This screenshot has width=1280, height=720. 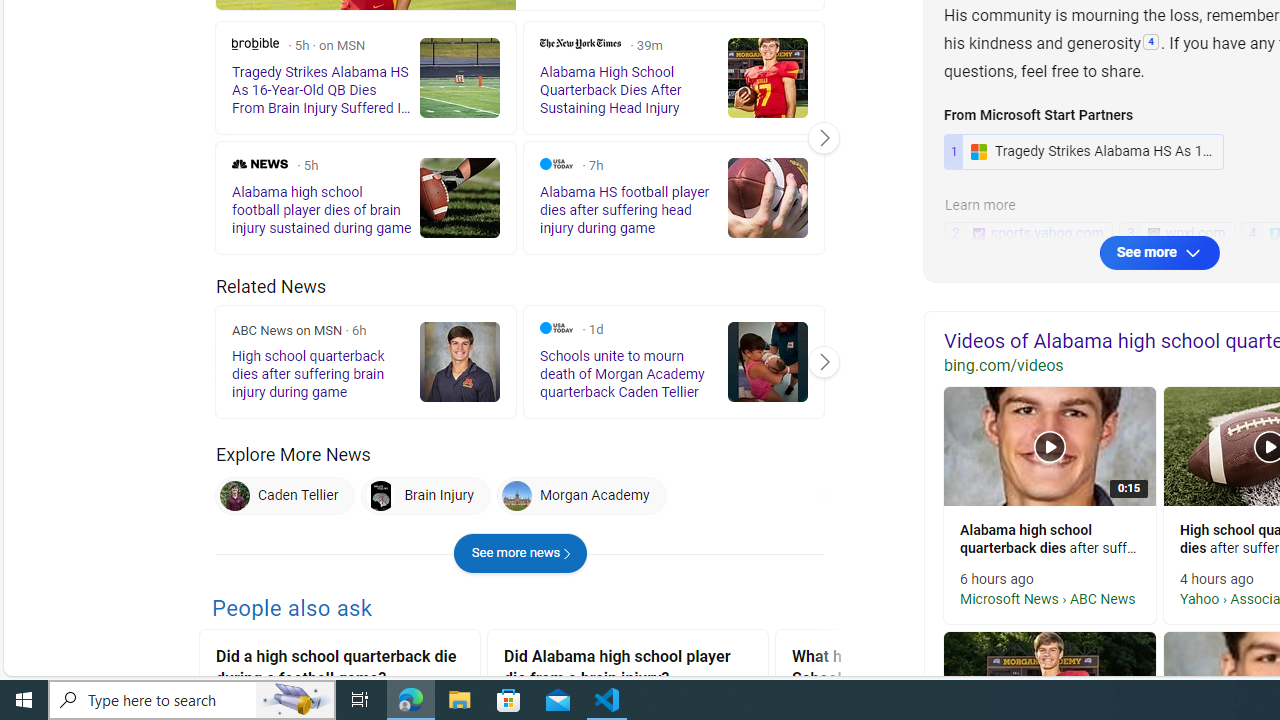 I want to click on 'Morgan Academy', so click(x=516, y=495).